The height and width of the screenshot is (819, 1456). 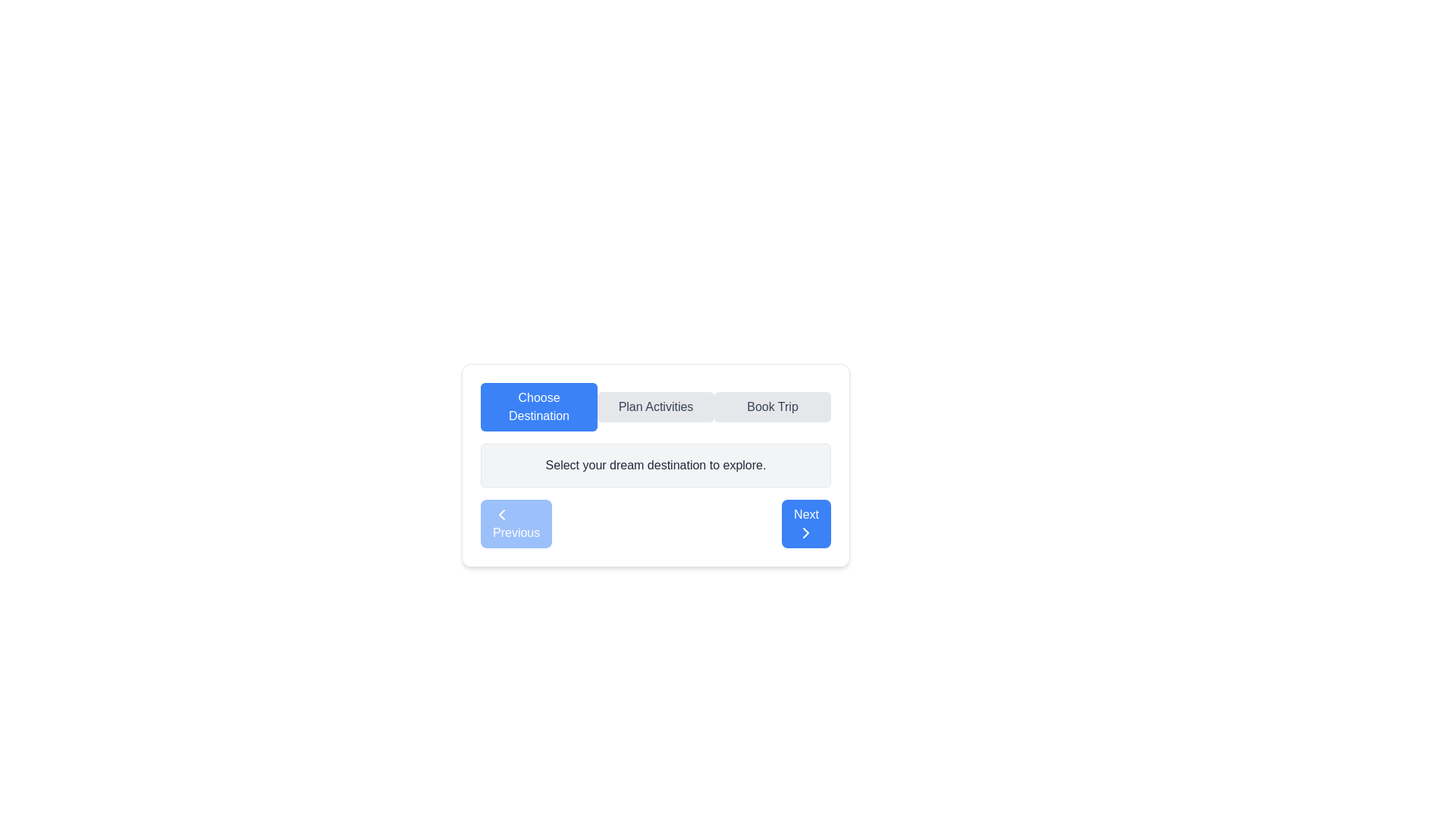 What do you see at coordinates (805, 532) in the screenshot?
I see `the decorative icon located on the right side of the 'Next' button, which indicates the action direction for the 'Next' button` at bounding box center [805, 532].